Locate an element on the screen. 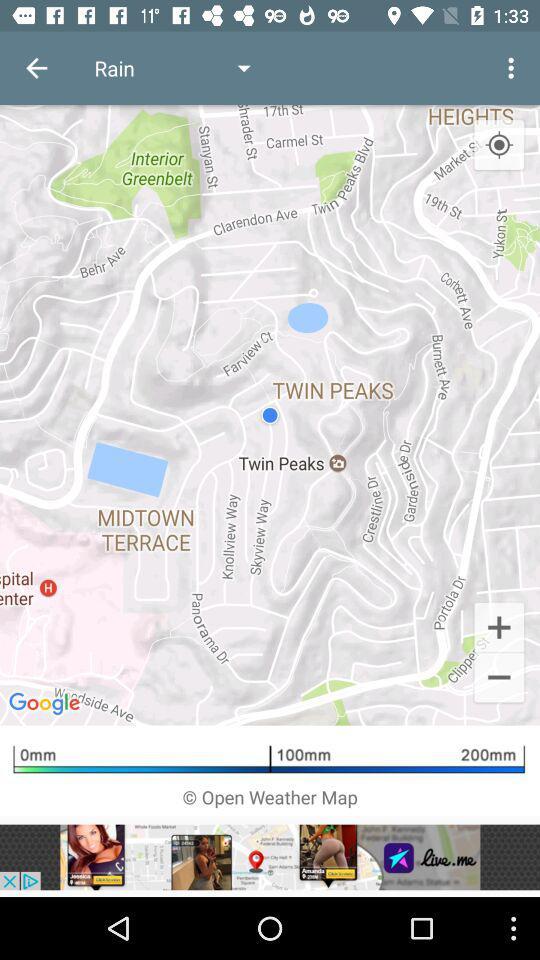 Image resolution: width=540 pixels, height=960 pixels. the minus icon is located at coordinates (498, 679).